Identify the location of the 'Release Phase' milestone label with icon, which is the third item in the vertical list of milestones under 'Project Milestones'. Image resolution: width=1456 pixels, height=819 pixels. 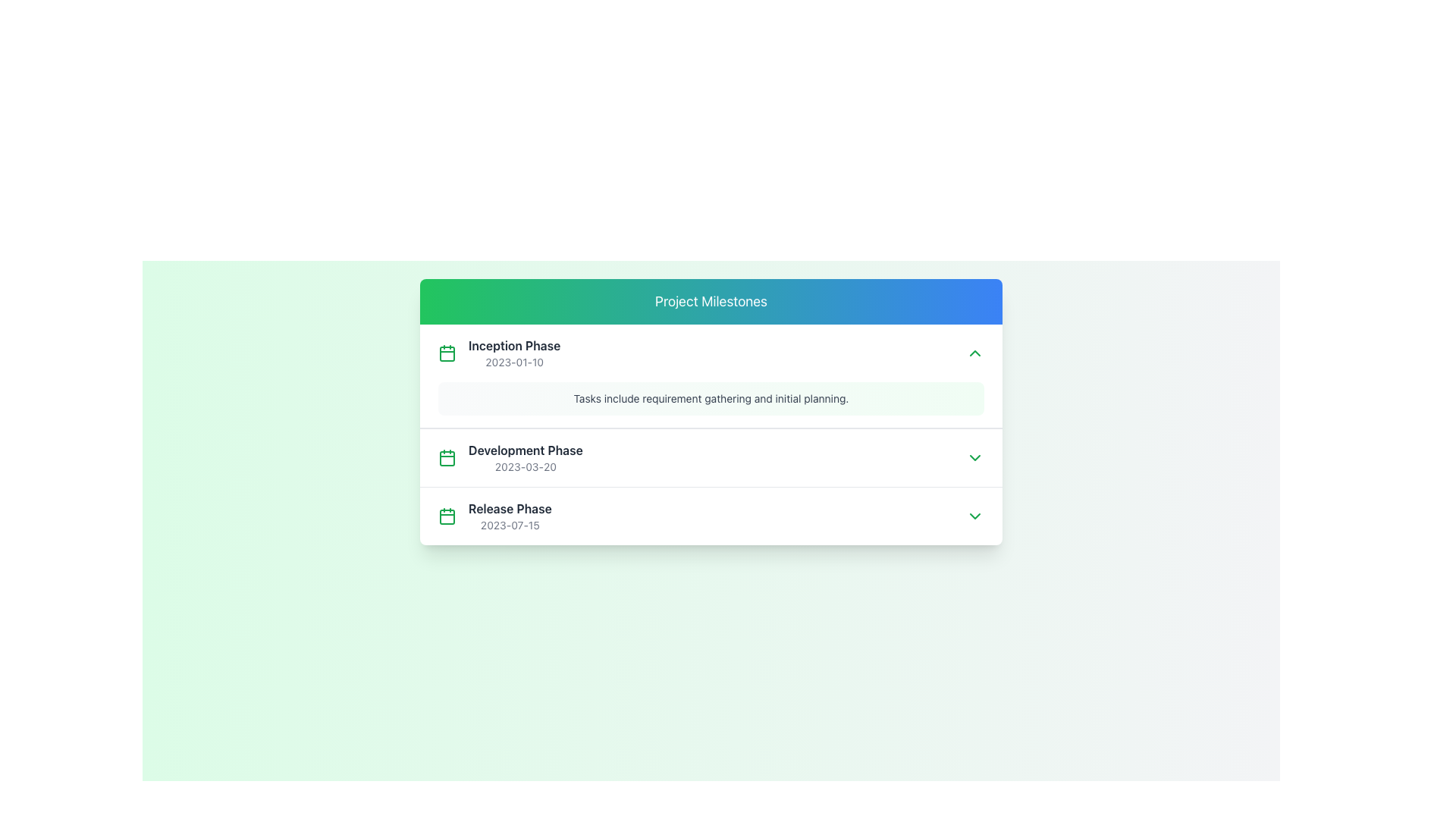
(494, 516).